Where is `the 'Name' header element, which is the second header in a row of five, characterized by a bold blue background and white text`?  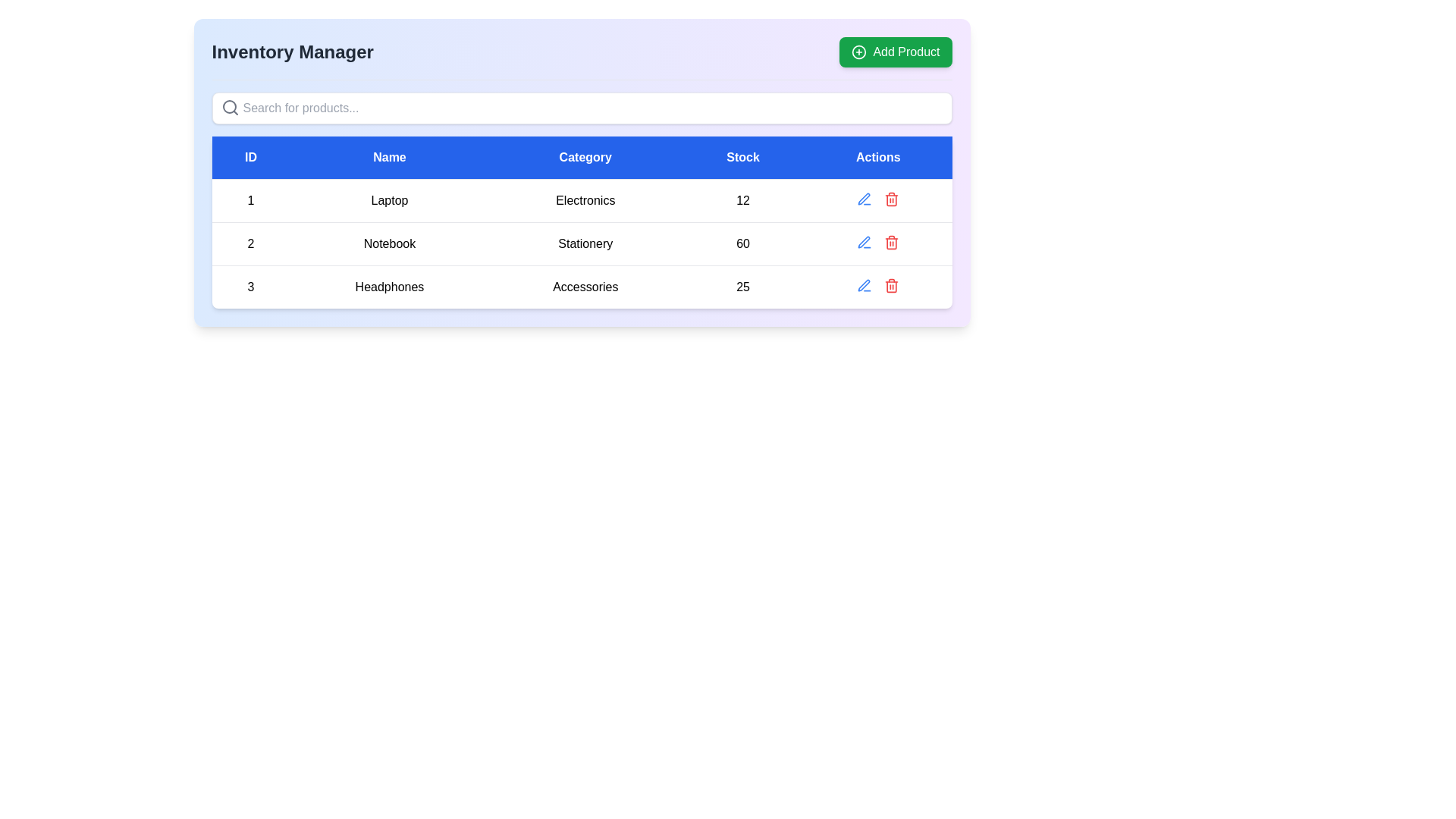
the 'Name' header element, which is the second header in a row of five, characterized by a bold blue background and white text is located at coordinates (389, 158).